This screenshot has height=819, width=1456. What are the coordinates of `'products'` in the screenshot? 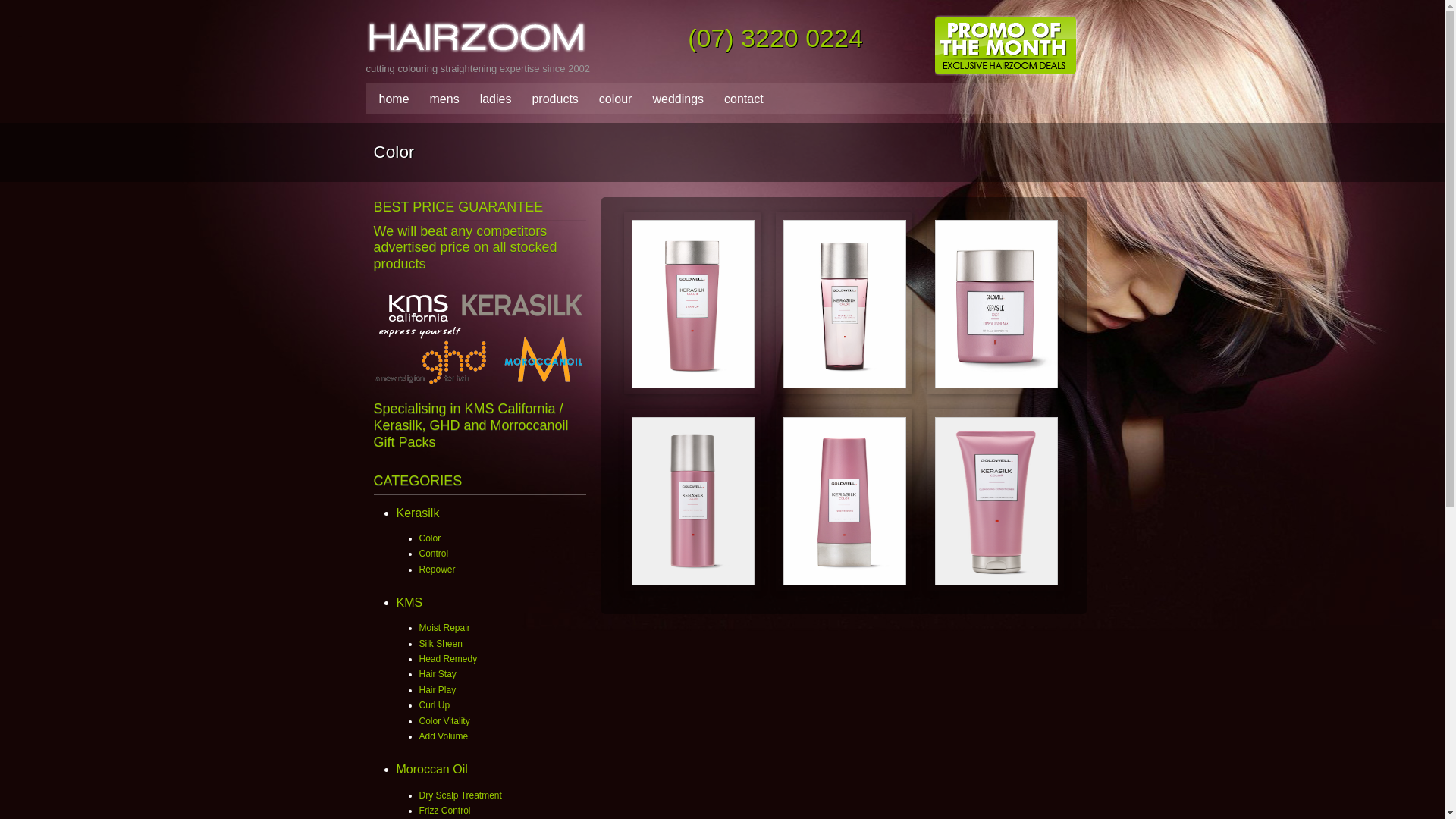 It's located at (550, 99).